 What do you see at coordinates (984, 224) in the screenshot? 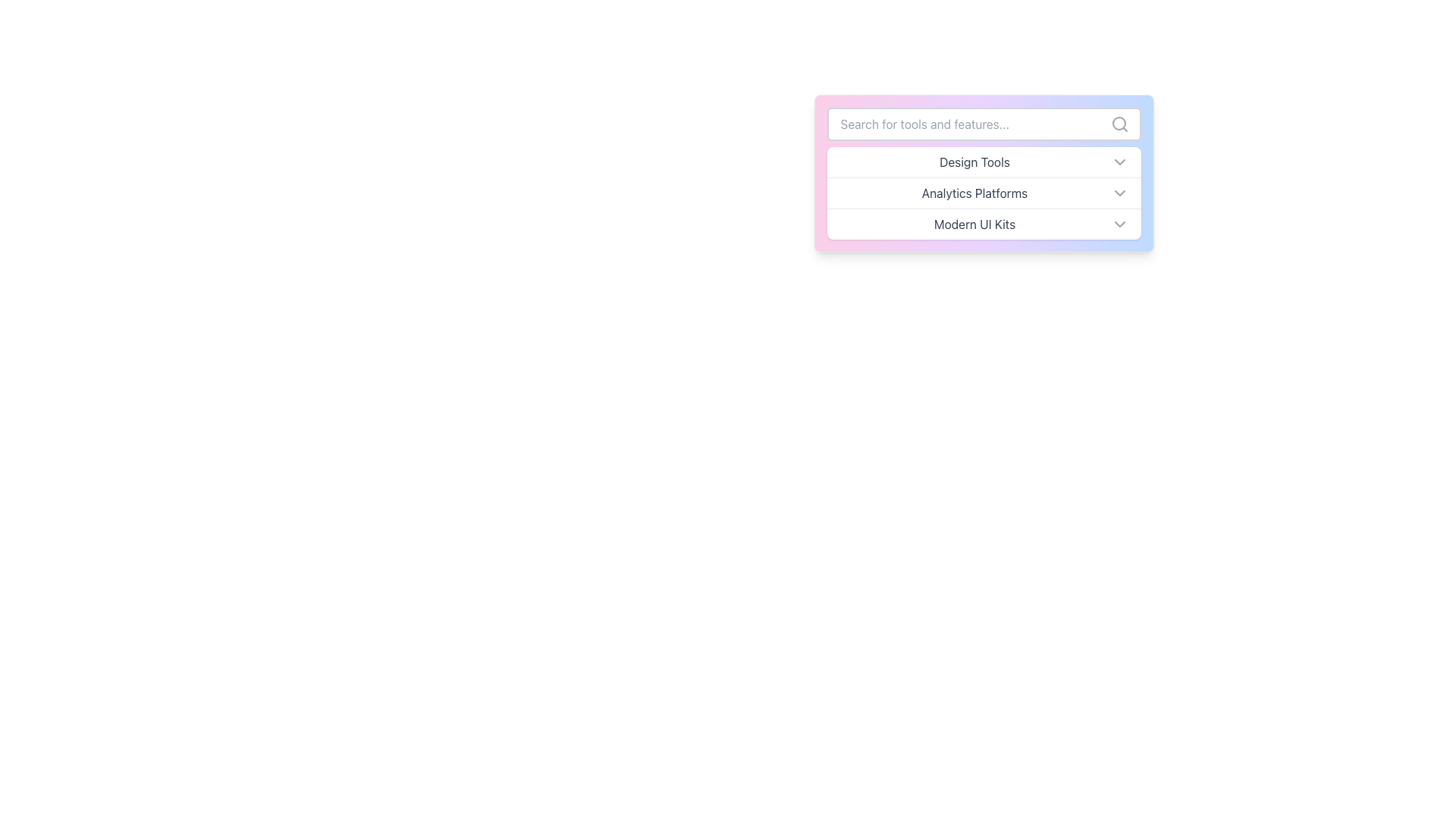
I see `the 'Modern UI Kits' option in the dropdown menu` at bounding box center [984, 224].